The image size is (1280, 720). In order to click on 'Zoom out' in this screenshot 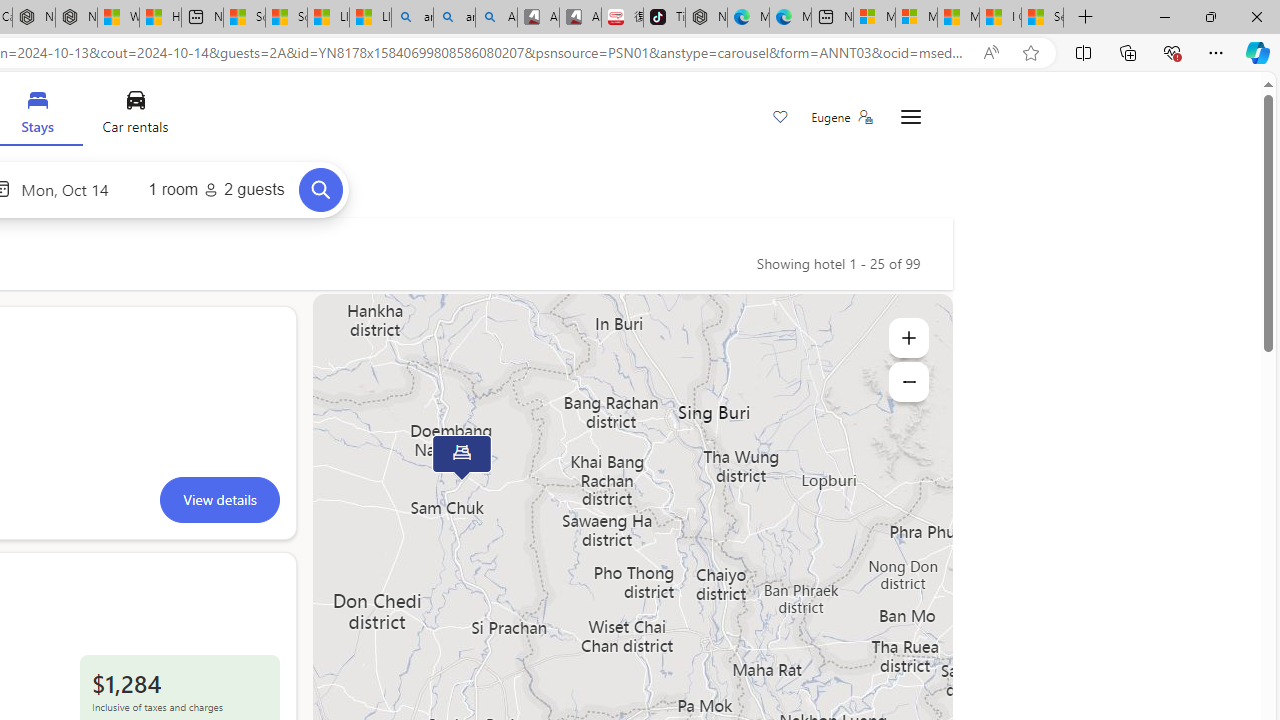, I will do `click(907, 381)`.